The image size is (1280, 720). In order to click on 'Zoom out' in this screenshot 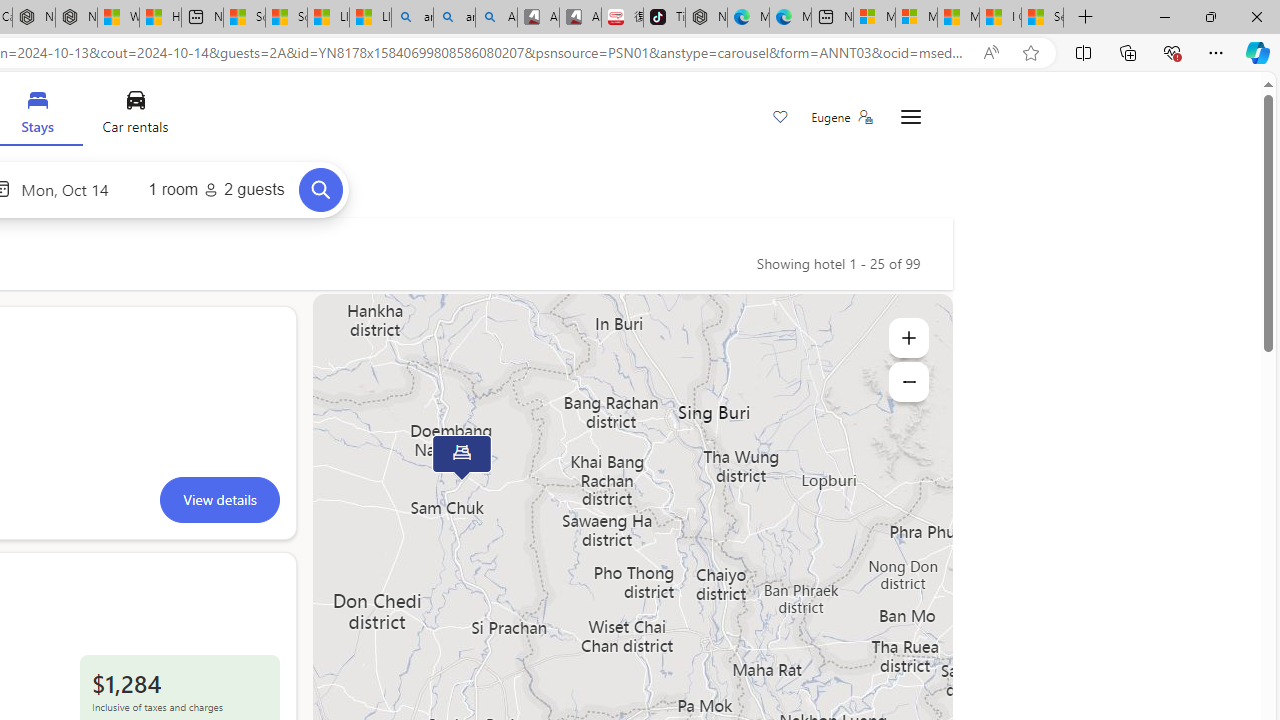, I will do `click(907, 381)`.